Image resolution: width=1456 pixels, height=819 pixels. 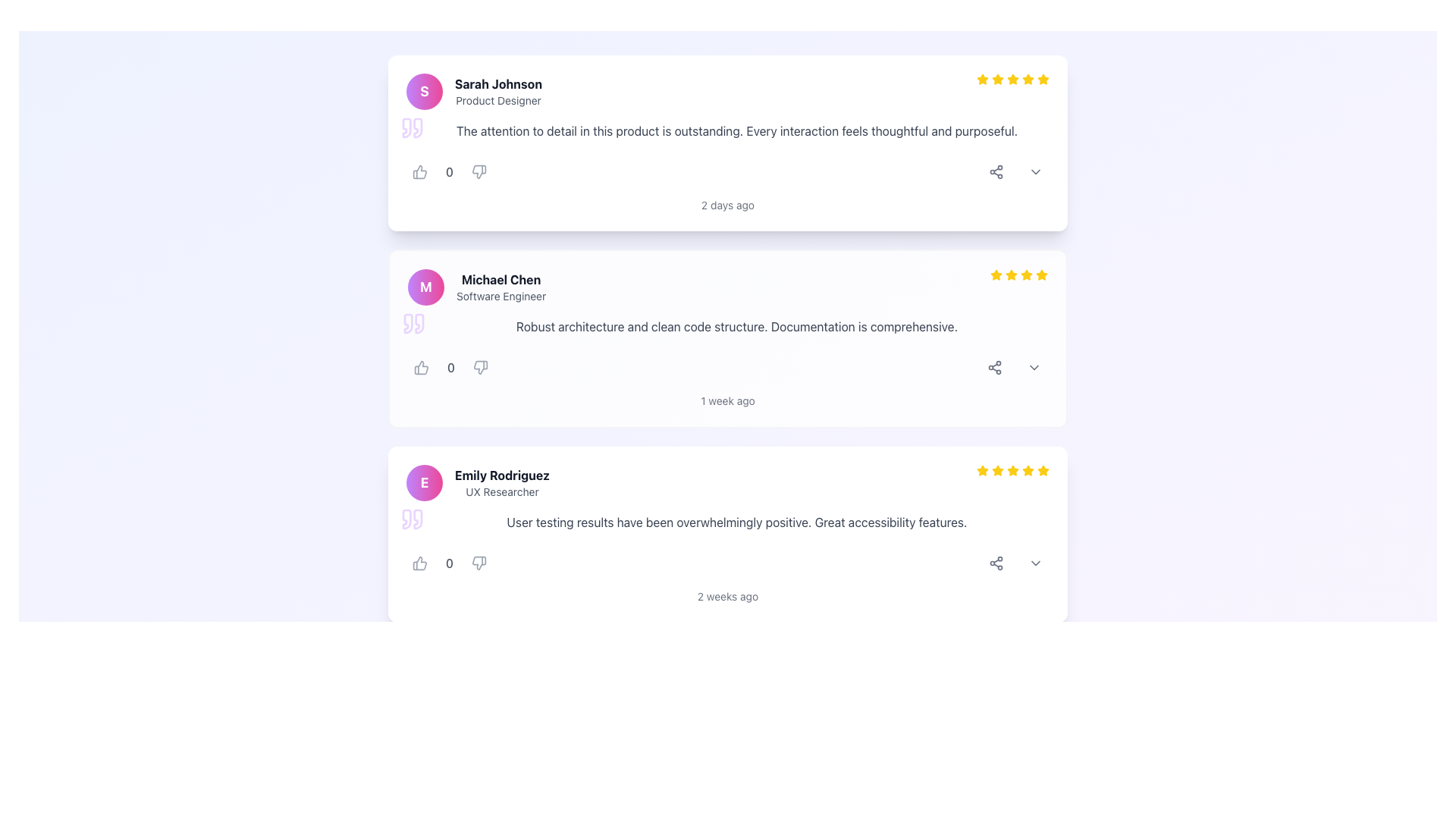 What do you see at coordinates (1012, 79) in the screenshot?
I see `on the fourth star icon in the 5-star rating bar representing a rating system, located in the top card of the interface containing Sarah Johnson's review` at bounding box center [1012, 79].